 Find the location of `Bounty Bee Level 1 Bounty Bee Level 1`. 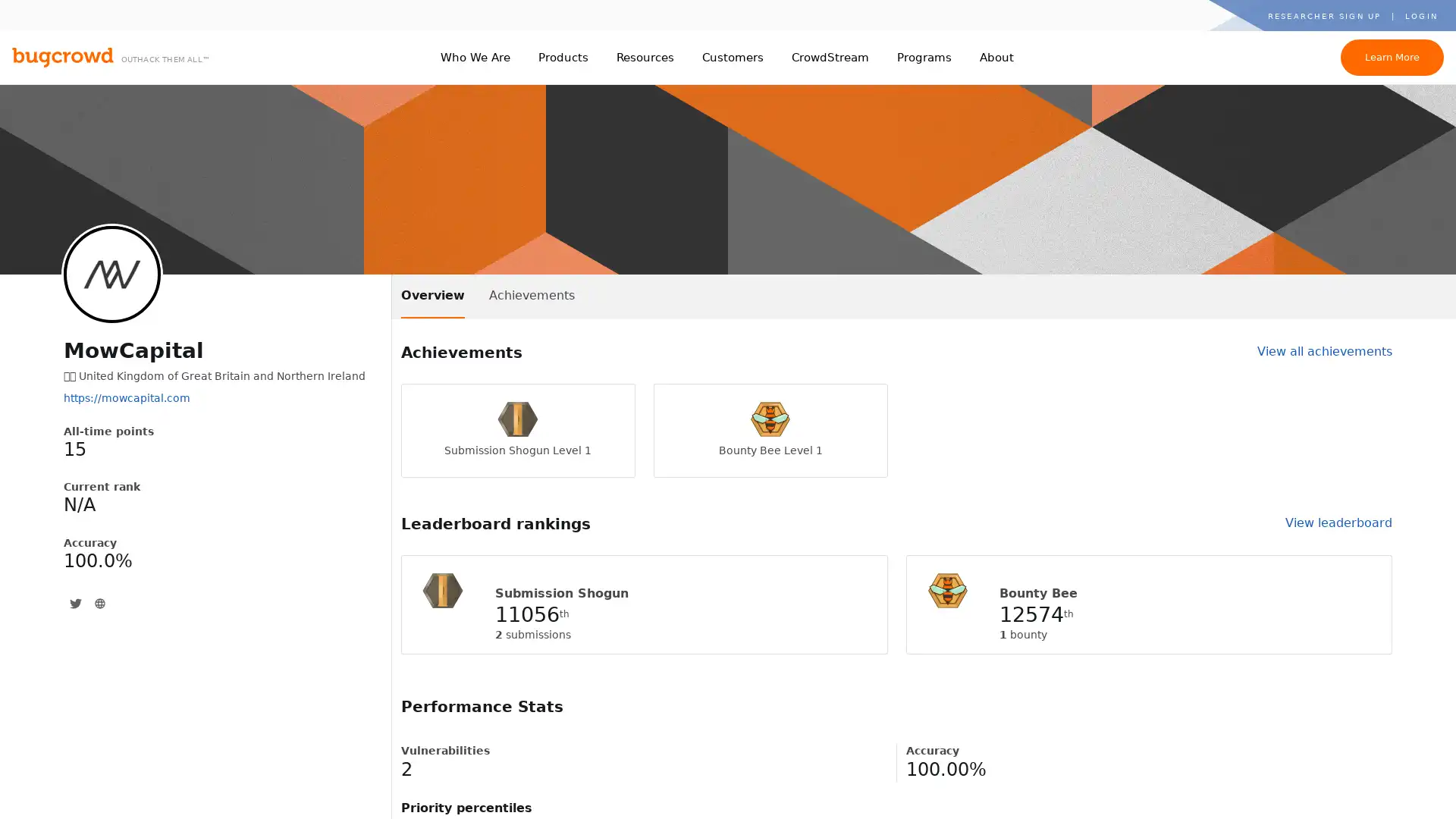

Bounty Bee Level 1 Bounty Bee Level 1 is located at coordinates (770, 430).